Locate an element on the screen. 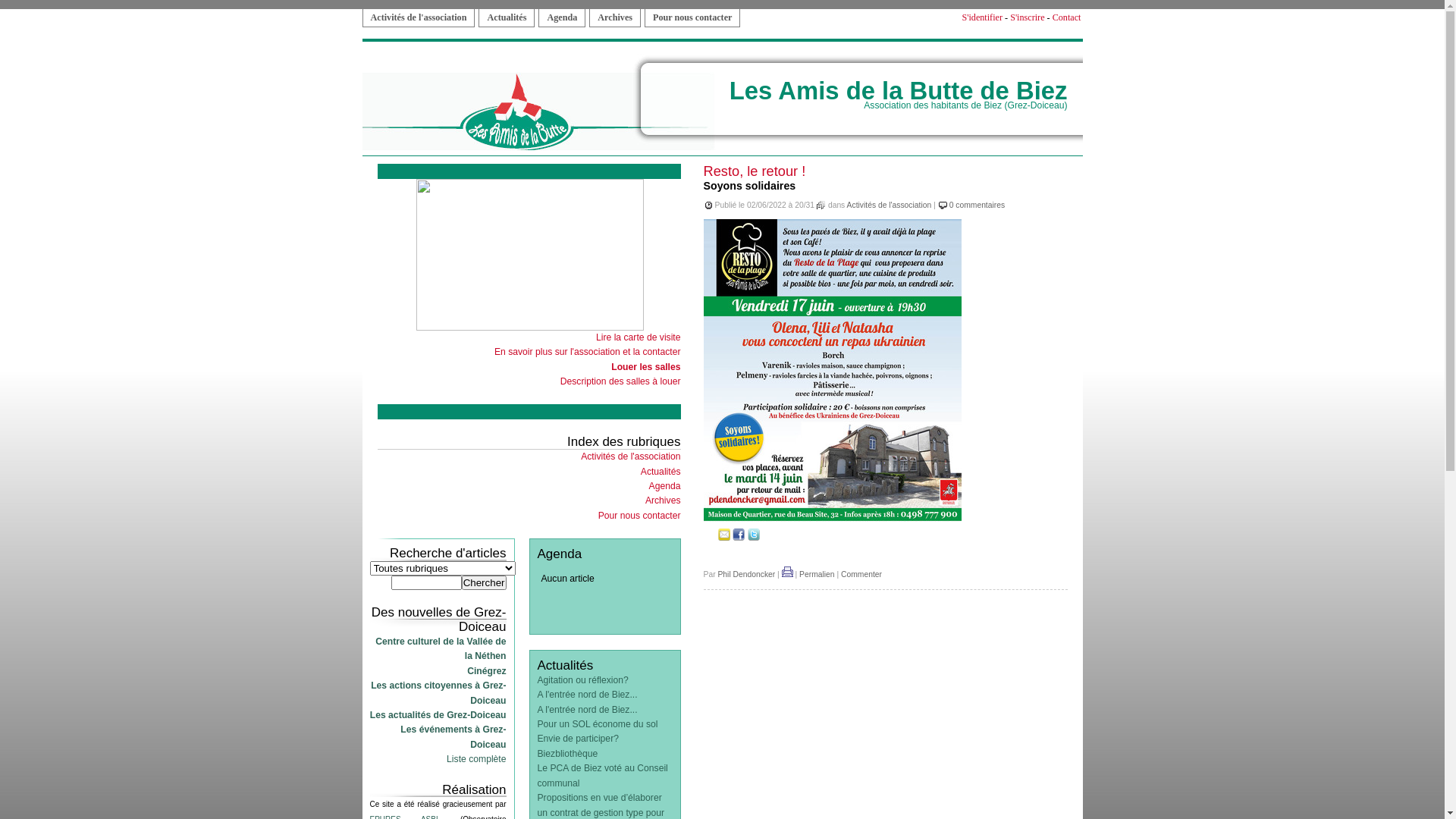  'Twitter' is located at coordinates (753, 537).